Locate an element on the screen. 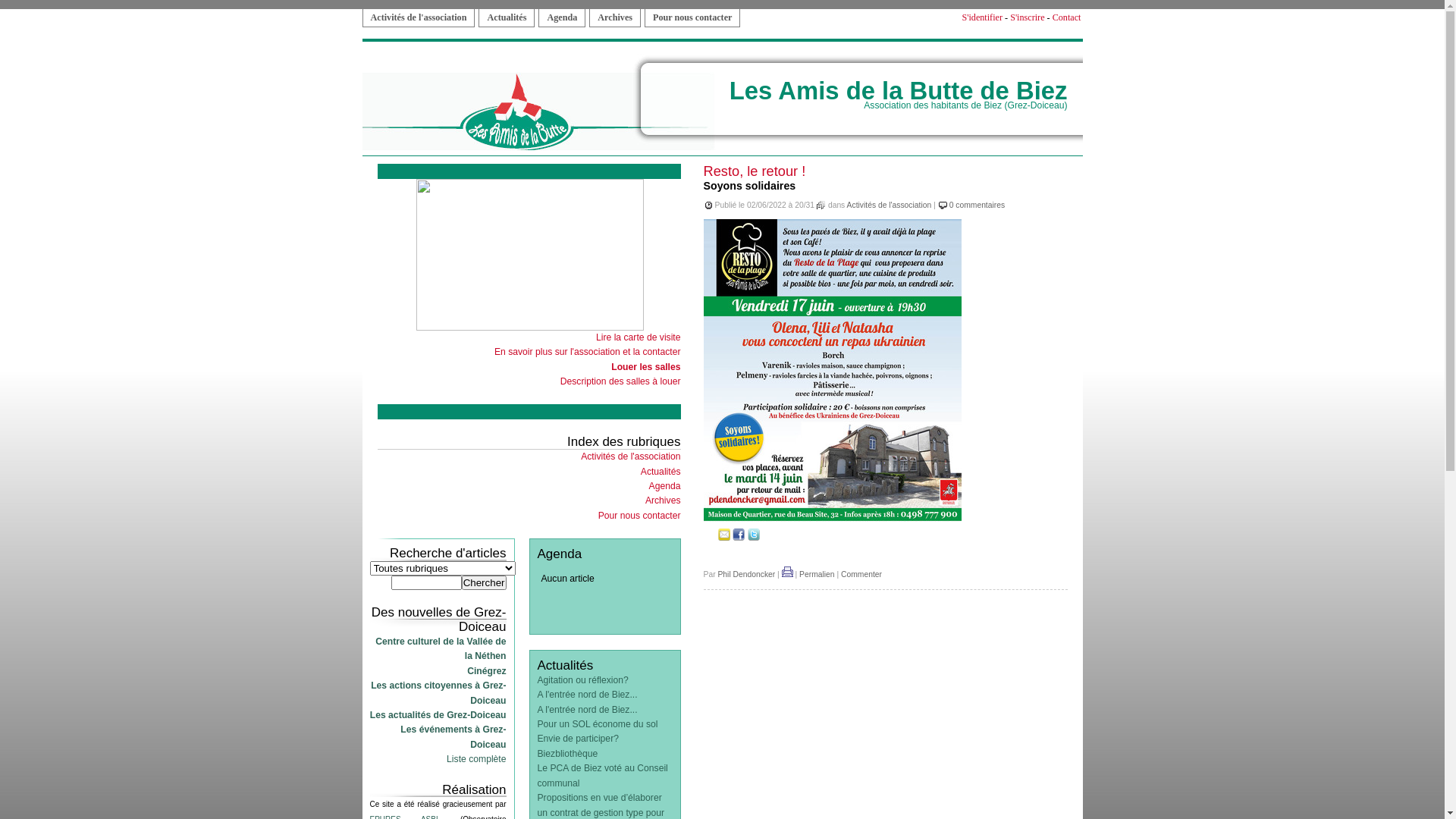  'Twitter' is located at coordinates (753, 537).